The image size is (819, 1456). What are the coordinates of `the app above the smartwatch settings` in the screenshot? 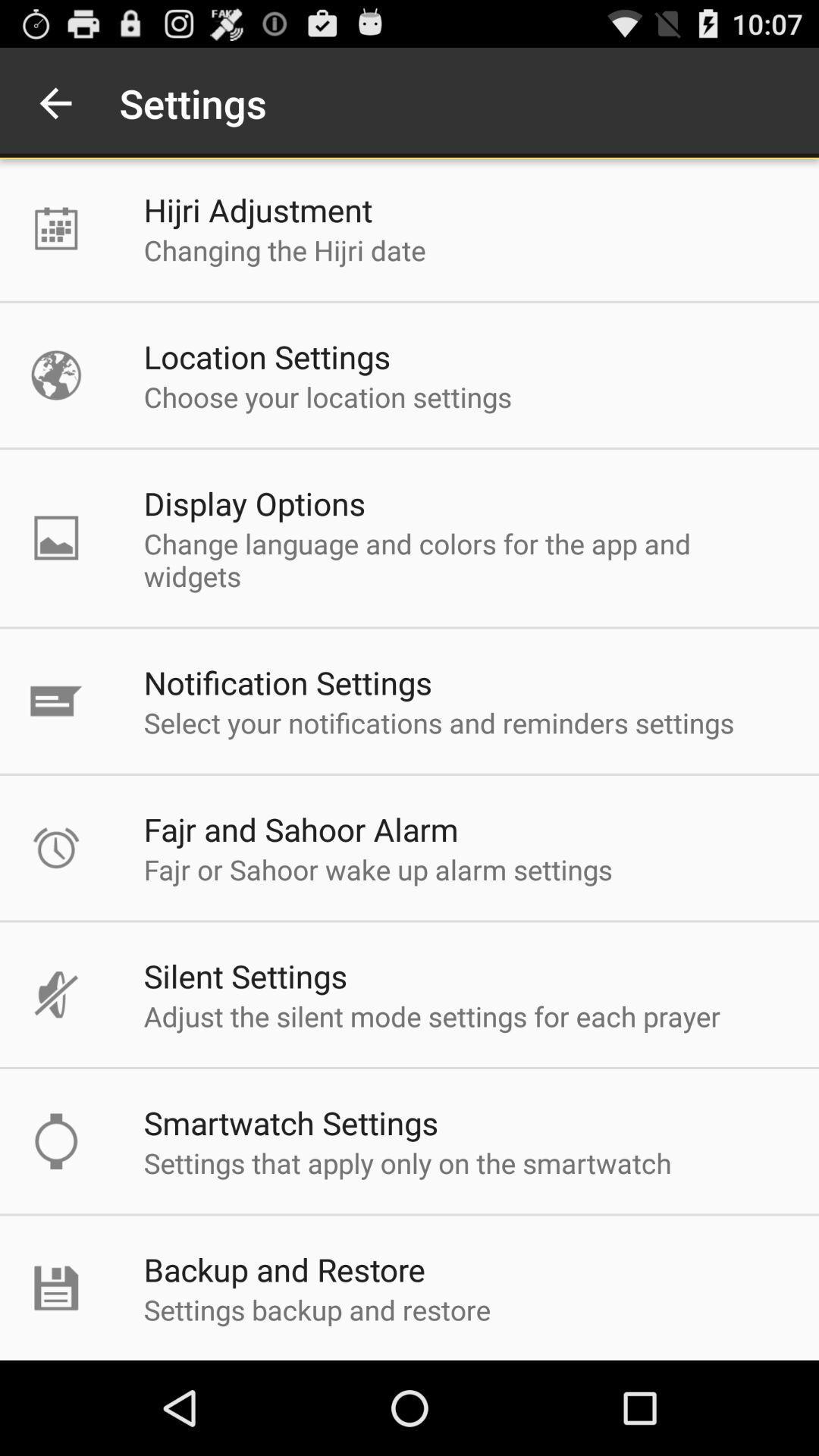 It's located at (432, 1016).